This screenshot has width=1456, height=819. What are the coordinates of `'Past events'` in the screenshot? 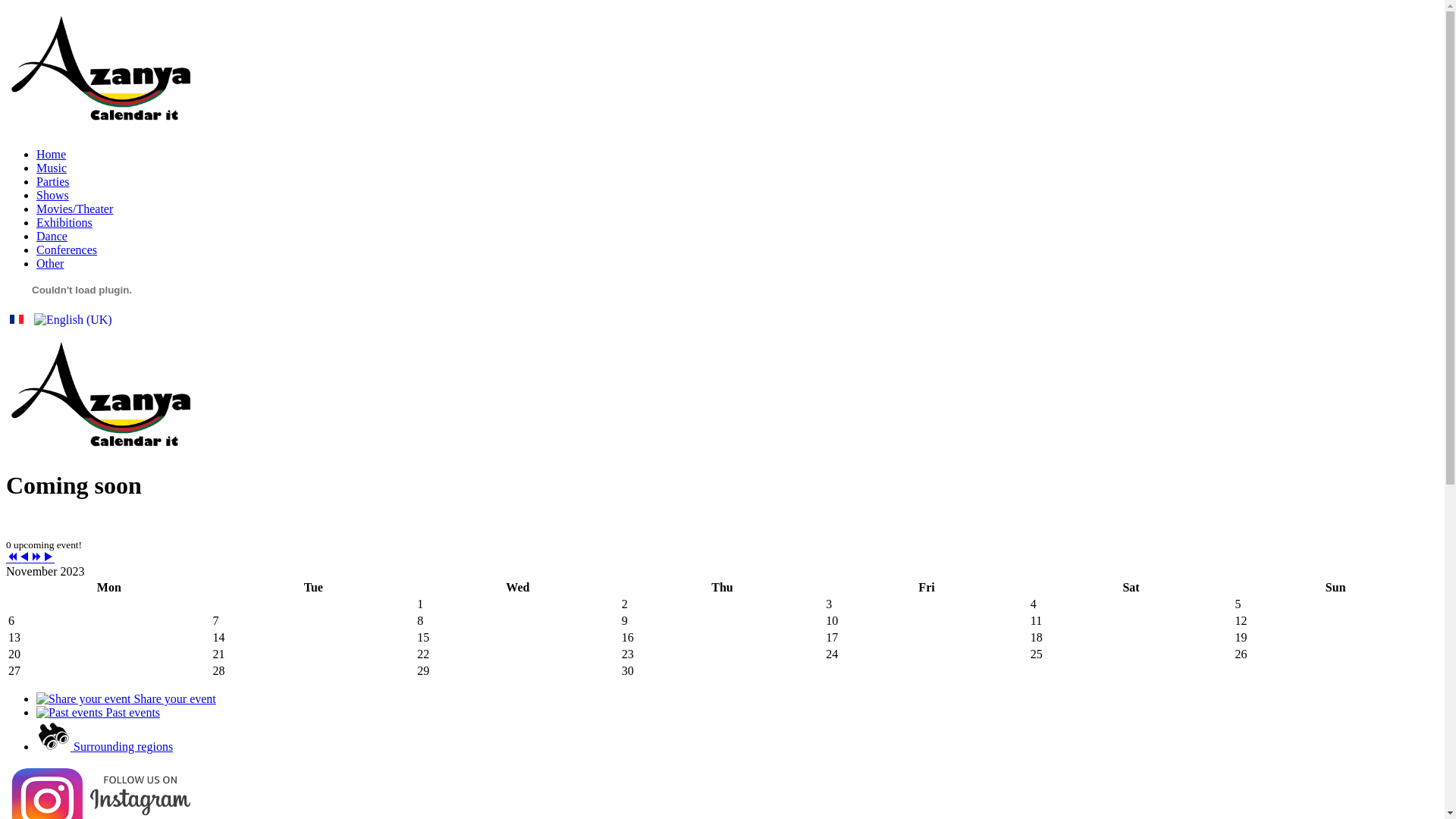 It's located at (97, 712).